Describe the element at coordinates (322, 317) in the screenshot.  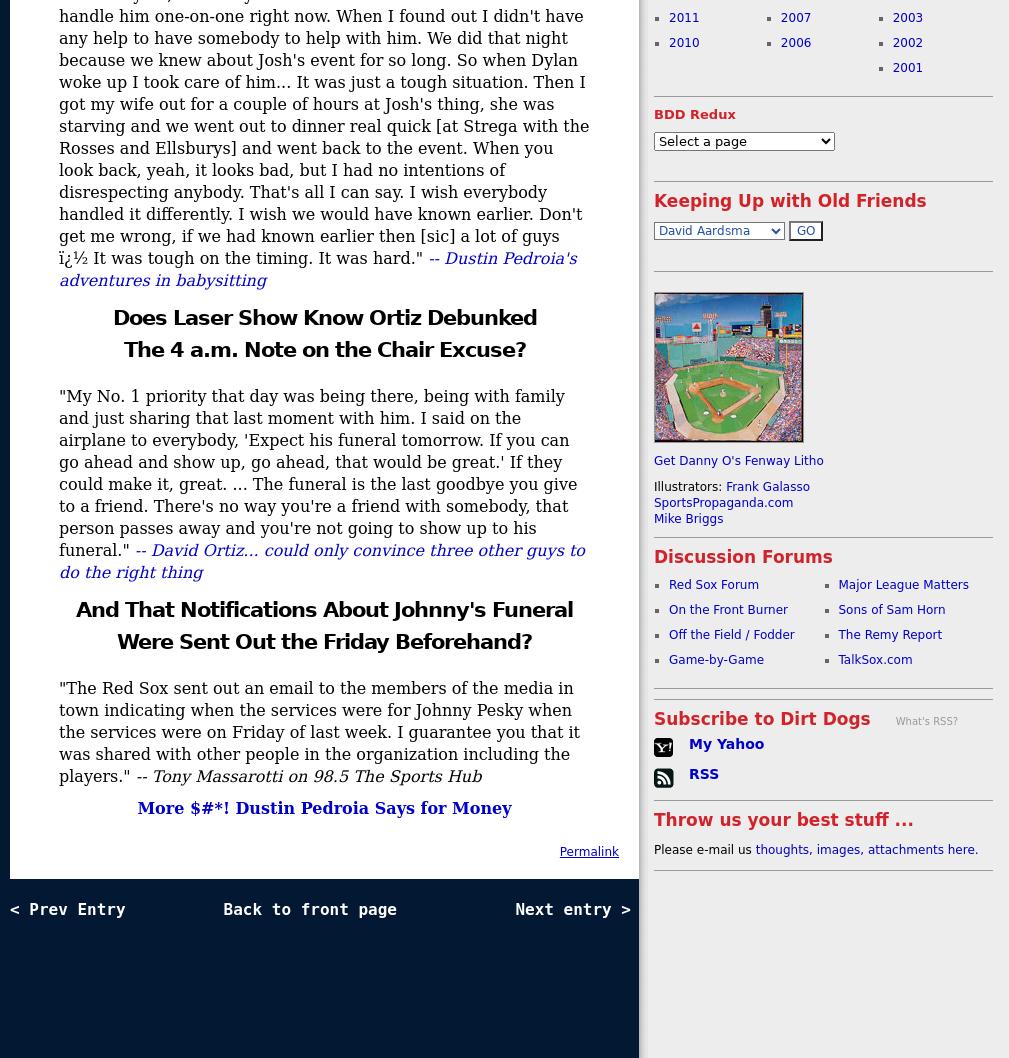
I see `'Does Laser Show Know Ortiz Debunked'` at that location.